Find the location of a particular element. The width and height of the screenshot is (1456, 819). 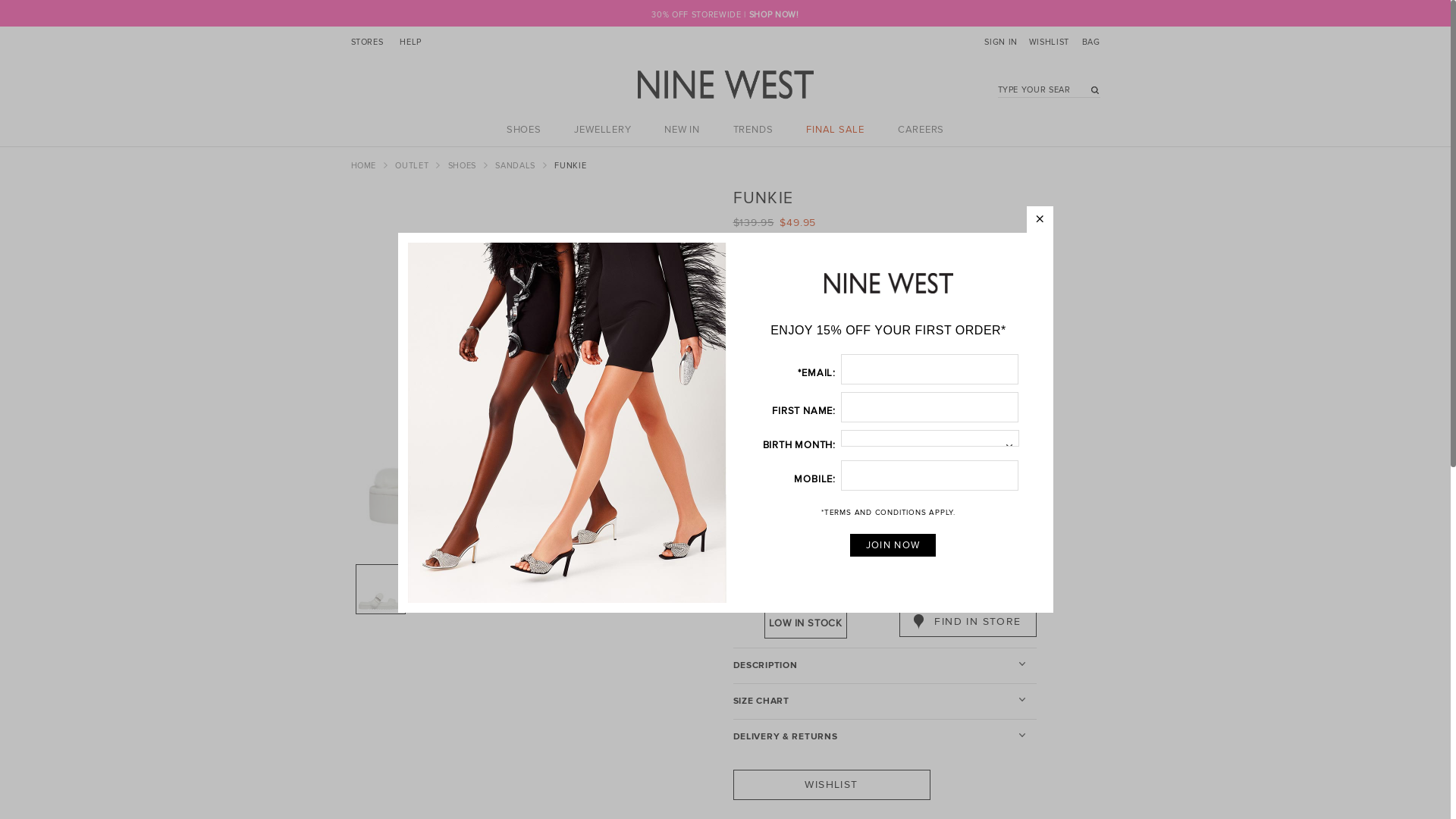

'FUNKIE  IVORY' is located at coordinates (557, 588).